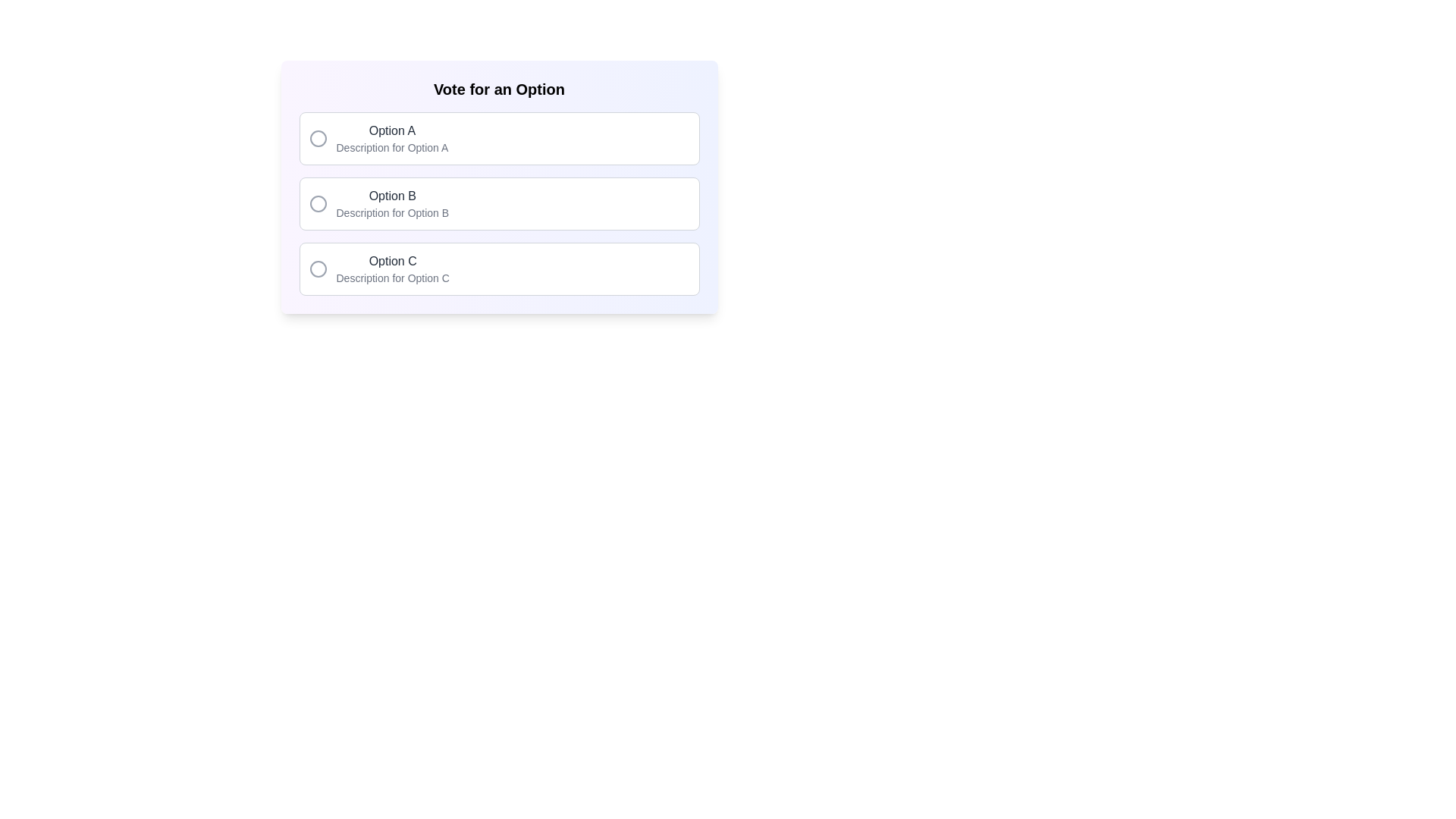  I want to click on the inner circle of the radio button for 'Option B', which visually indicates the selection state when filled, so click(317, 203).